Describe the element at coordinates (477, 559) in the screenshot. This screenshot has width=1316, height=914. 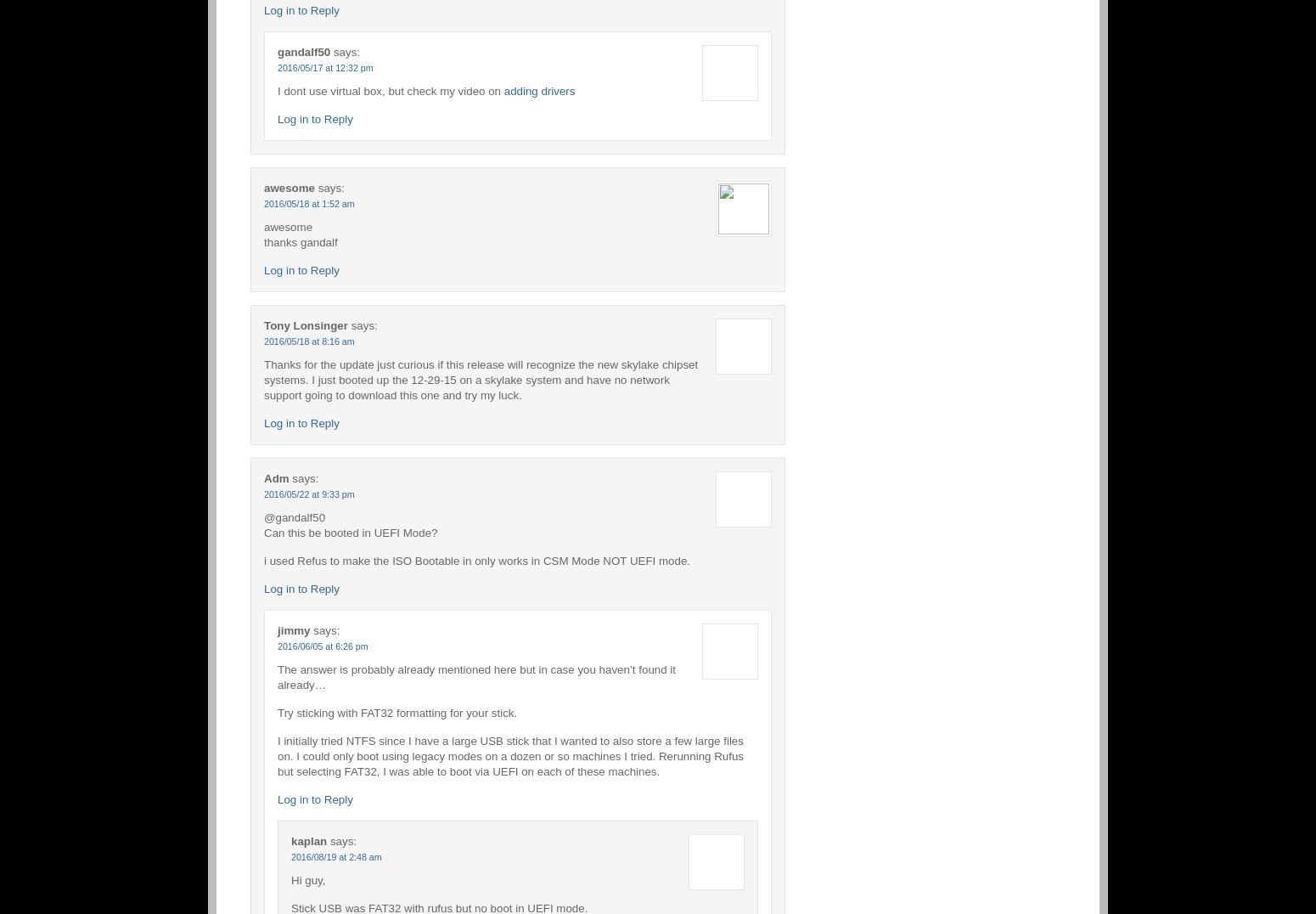
I see `'i used Refus to make the ISO Bootable in only works in CSM Mode NOT UEFI mode.'` at that location.